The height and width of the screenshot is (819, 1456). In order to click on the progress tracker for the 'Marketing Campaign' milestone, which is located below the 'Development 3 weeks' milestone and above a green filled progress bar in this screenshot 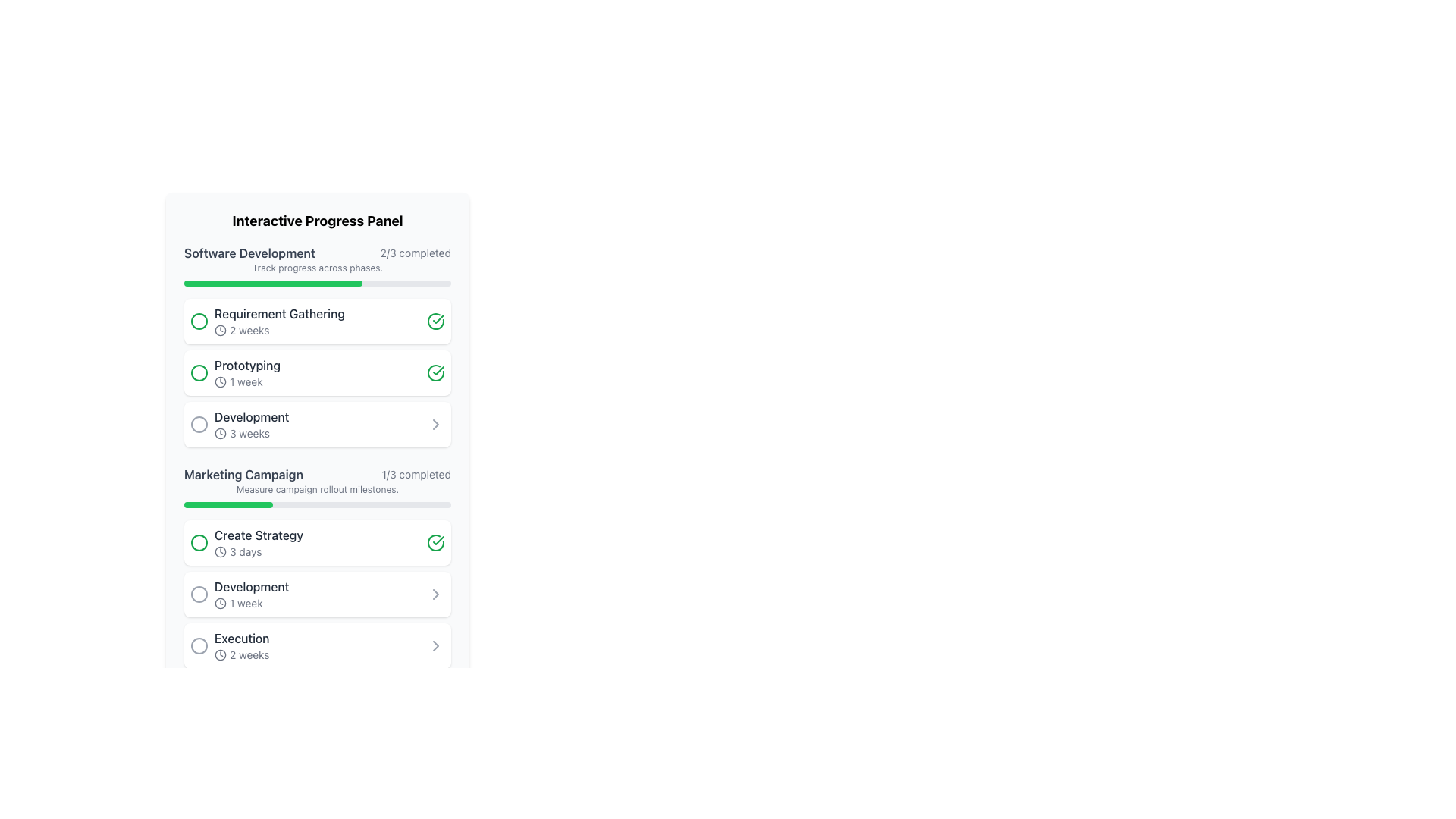, I will do `click(316, 473)`.